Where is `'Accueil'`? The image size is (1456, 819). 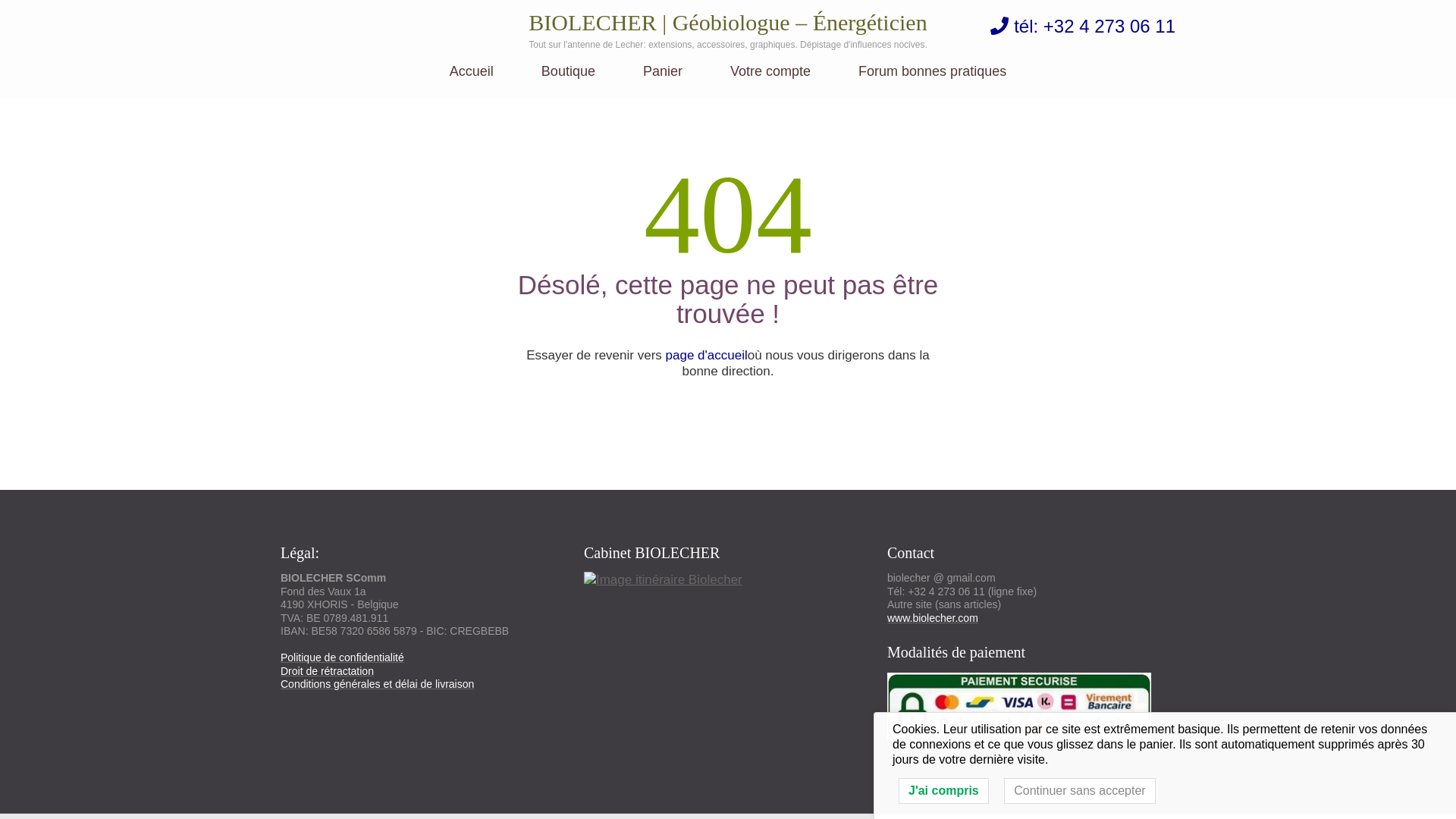
'Accueil' is located at coordinates (449, 80).